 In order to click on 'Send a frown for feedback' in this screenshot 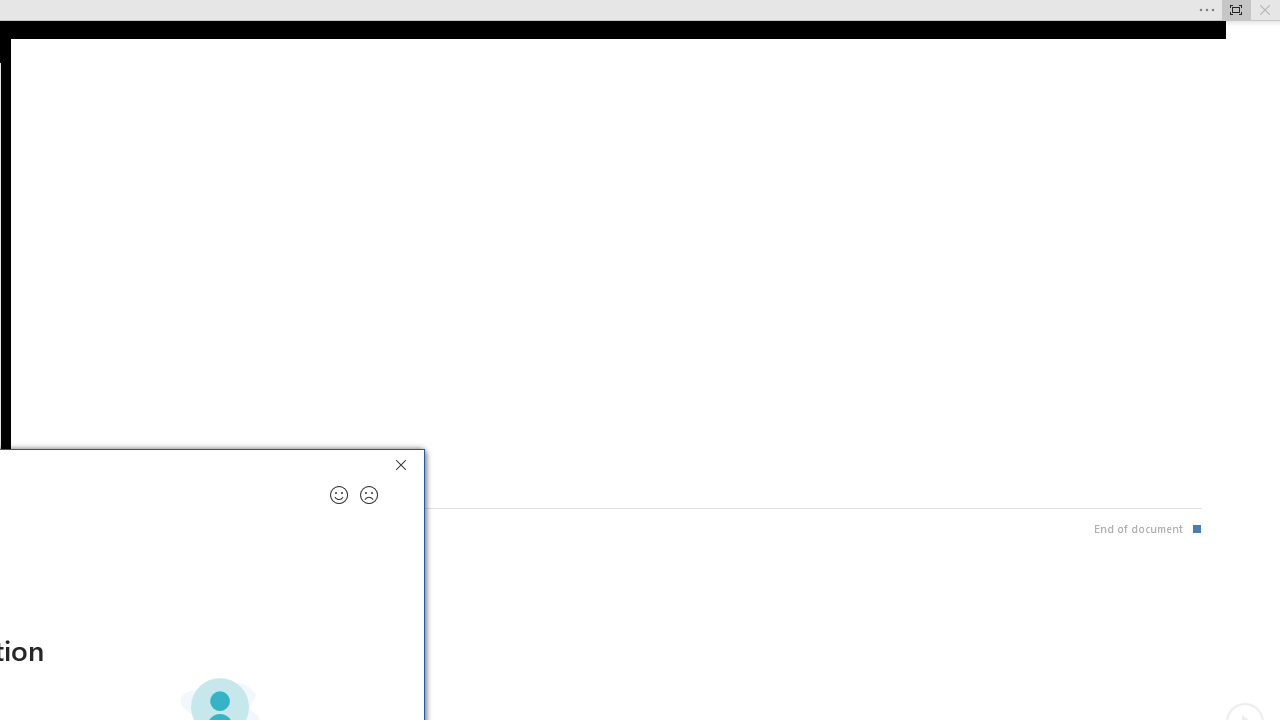, I will do `click(369, 495)`.